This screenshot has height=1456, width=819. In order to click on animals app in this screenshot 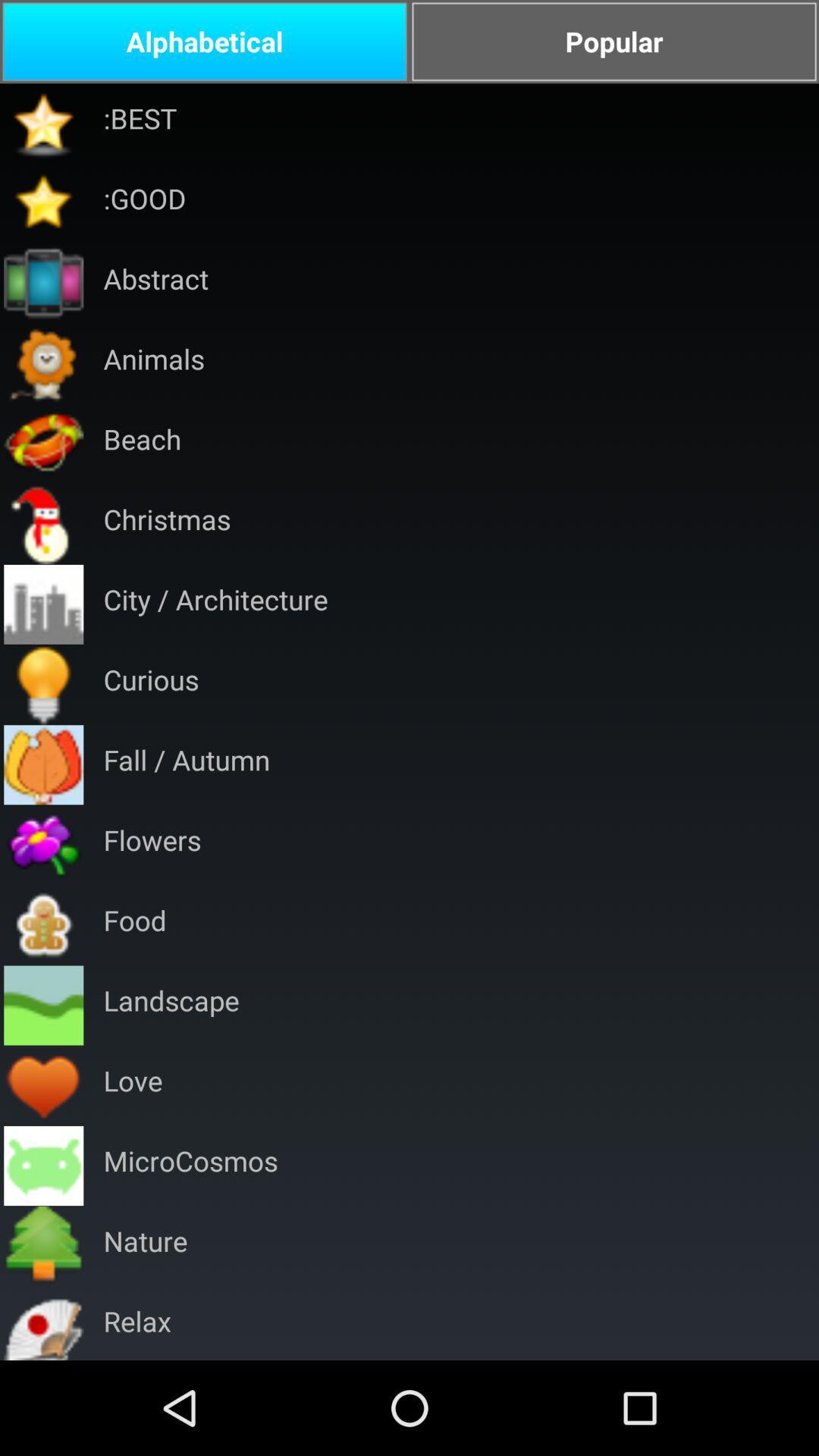, I will do `click(154, 364)`.